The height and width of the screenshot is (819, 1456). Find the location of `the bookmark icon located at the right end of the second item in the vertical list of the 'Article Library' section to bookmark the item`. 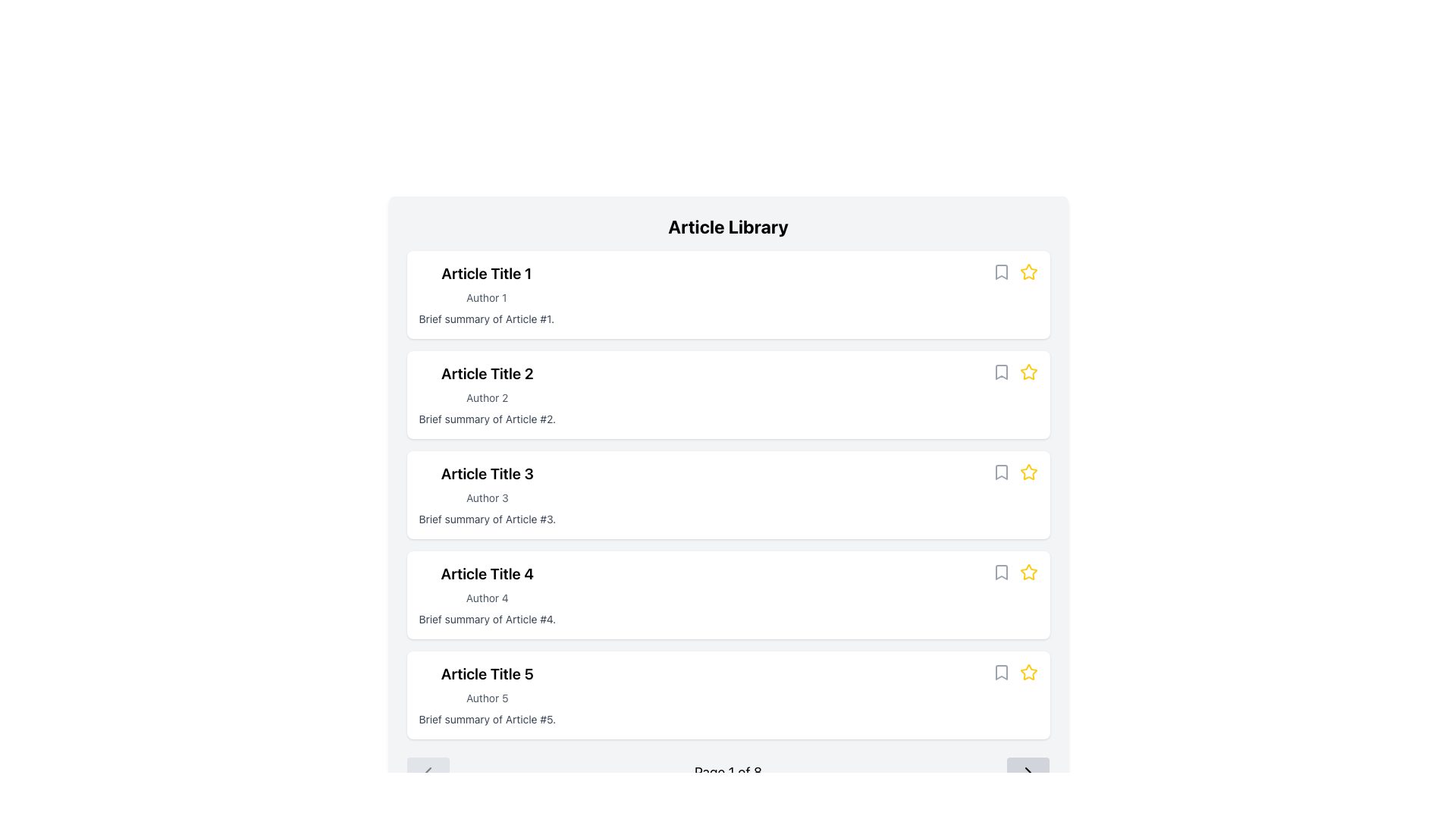

the bookmark icon located at the right end of the second item in the vertical list of the 'Article Library' section to bookmark the item is located at coordinates (1001, 372).